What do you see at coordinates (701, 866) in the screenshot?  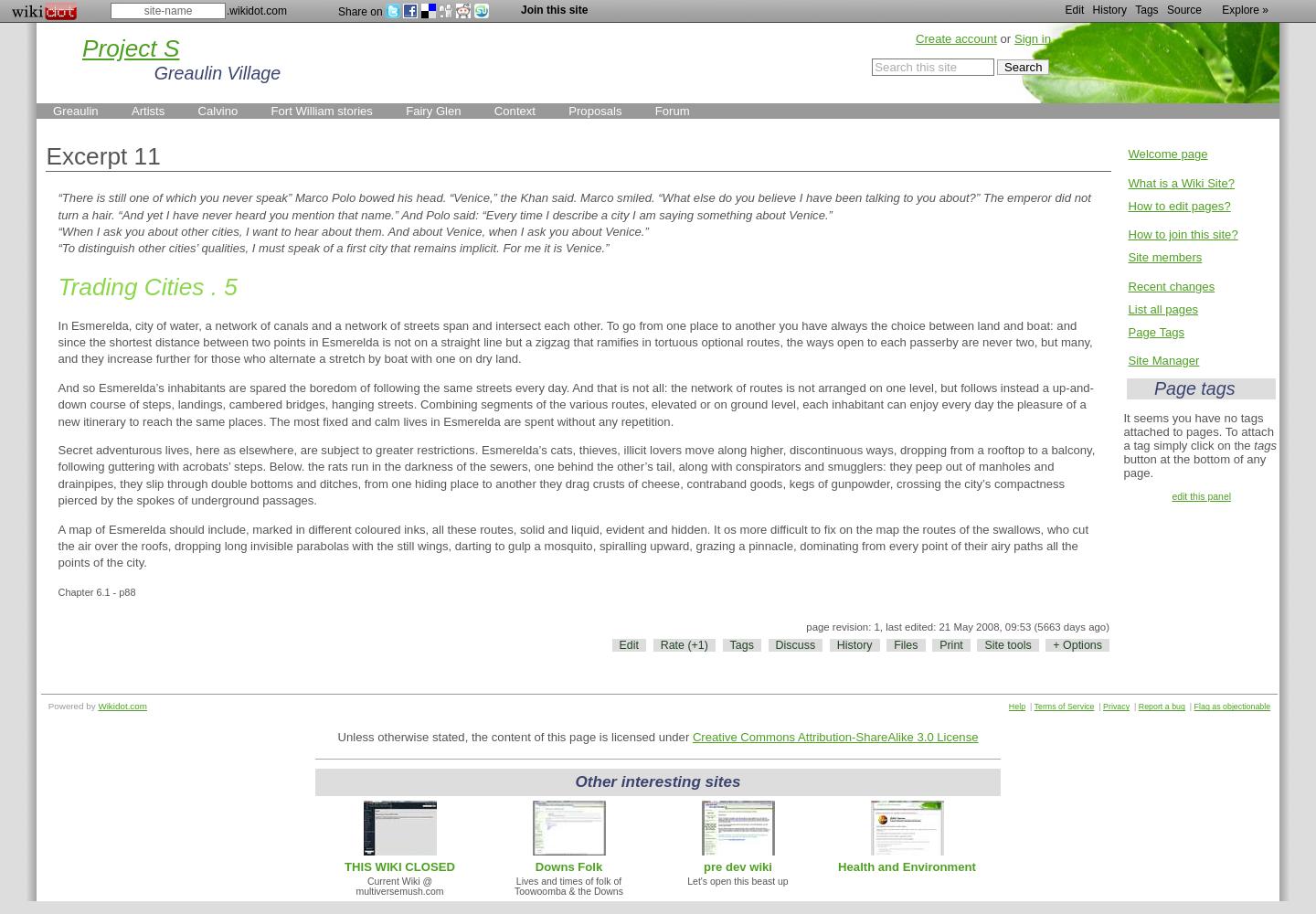 I see `'pre dev wiki'` at bounding box center [701, 866].